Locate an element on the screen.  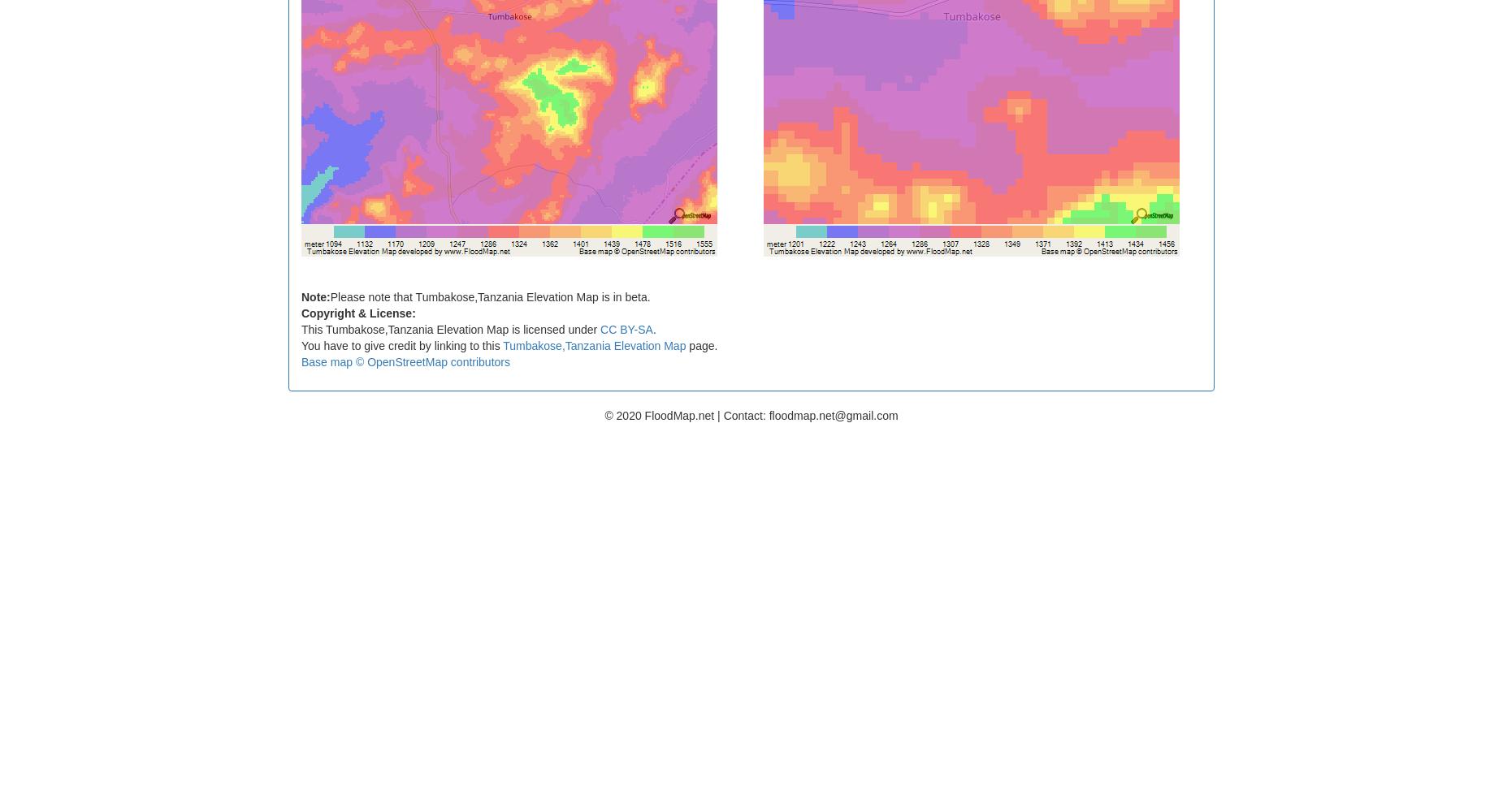
'Note:' is located at coordinates (314, 296).